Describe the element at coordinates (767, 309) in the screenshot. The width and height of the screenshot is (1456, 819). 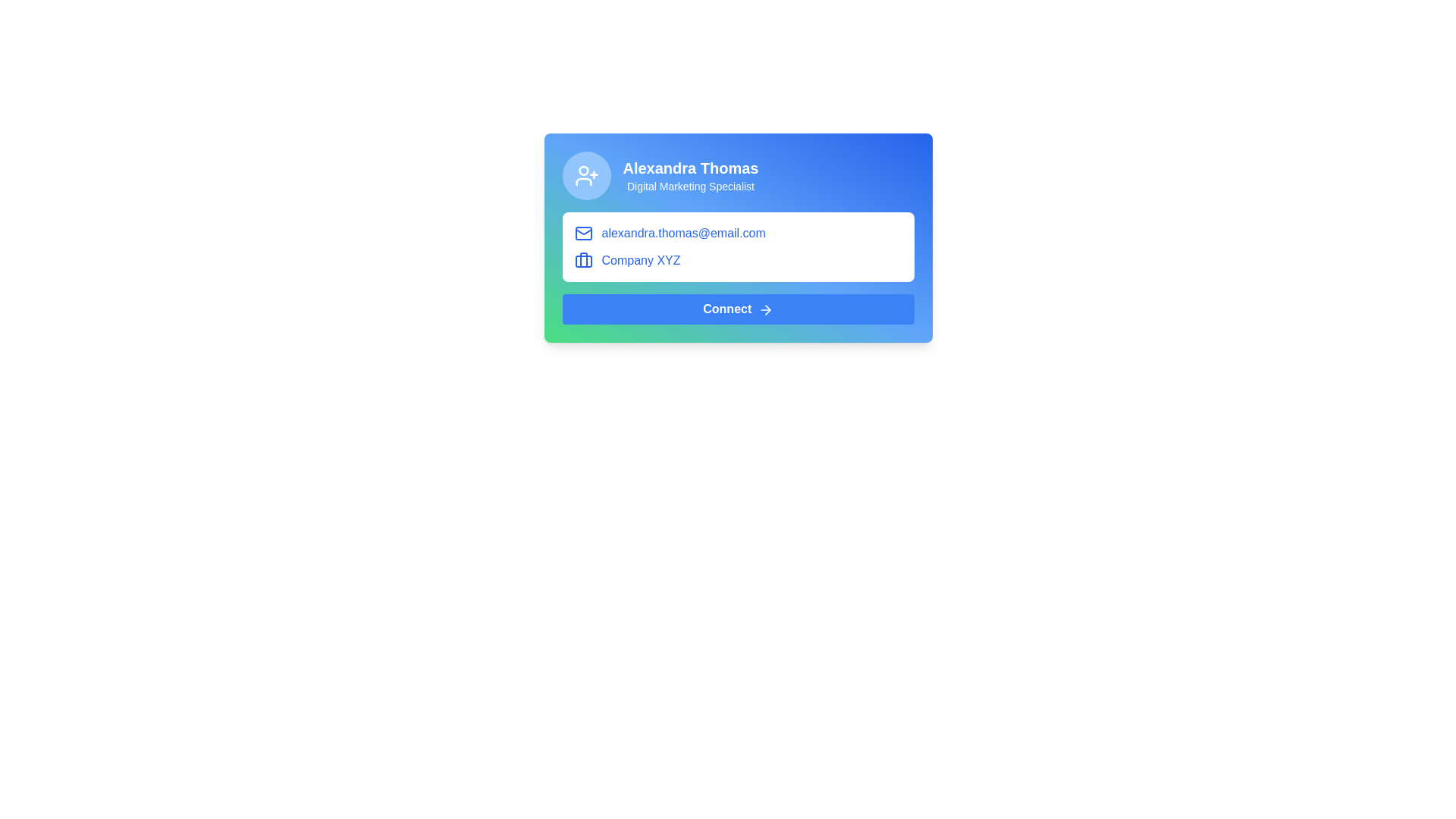
I see `SVG-based arrow icon located within the 'Connect' button, which visually indicates the next step when interacting with the button` at that location.